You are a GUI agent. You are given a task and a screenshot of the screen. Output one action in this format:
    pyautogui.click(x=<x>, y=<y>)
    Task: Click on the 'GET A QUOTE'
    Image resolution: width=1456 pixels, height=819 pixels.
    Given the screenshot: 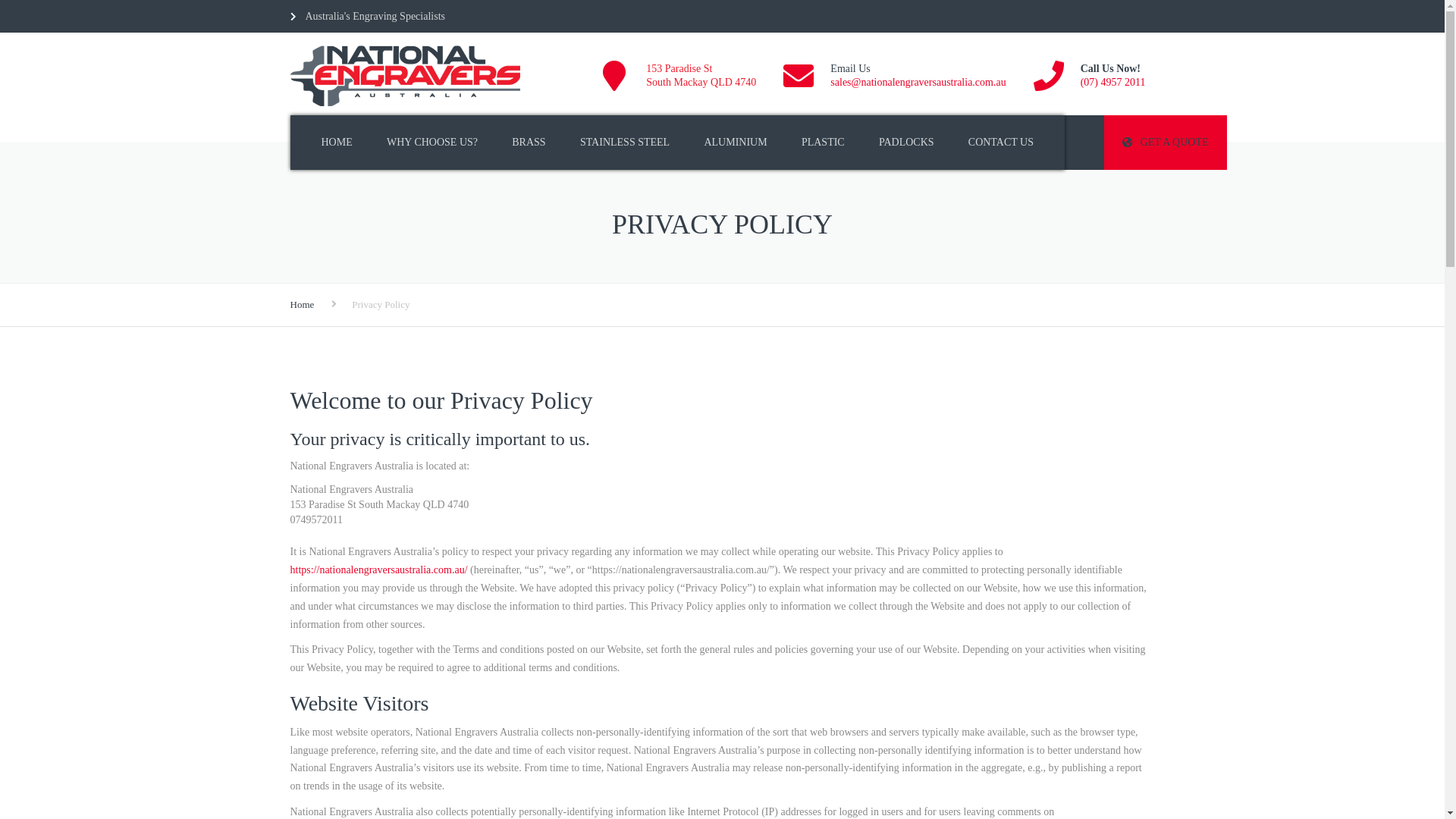 What is the action you would take?
    pyautogui.click(x=1164, y=143)
    